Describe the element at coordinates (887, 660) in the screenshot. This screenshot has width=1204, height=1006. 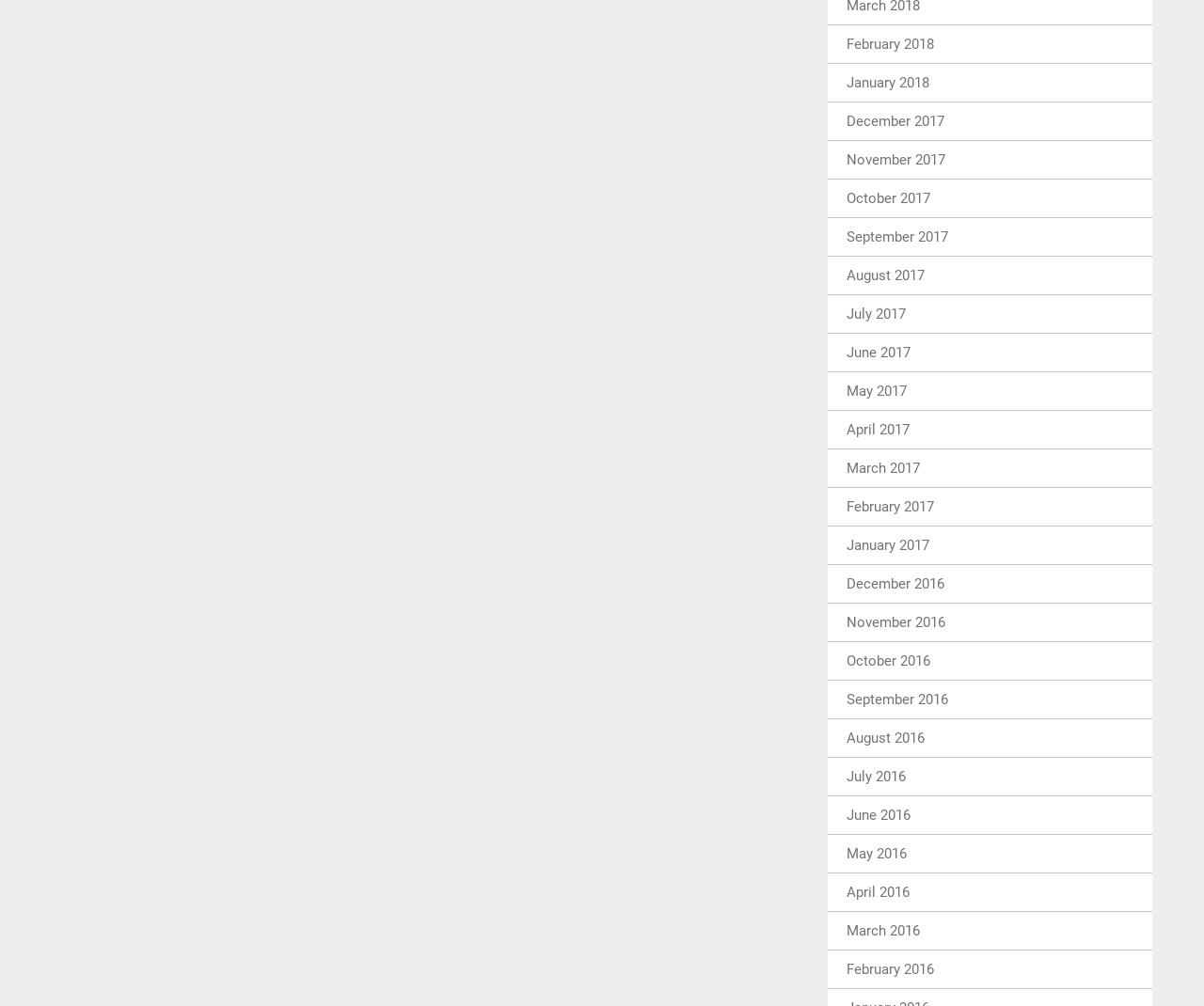
I see `'October 2016'` at that location.